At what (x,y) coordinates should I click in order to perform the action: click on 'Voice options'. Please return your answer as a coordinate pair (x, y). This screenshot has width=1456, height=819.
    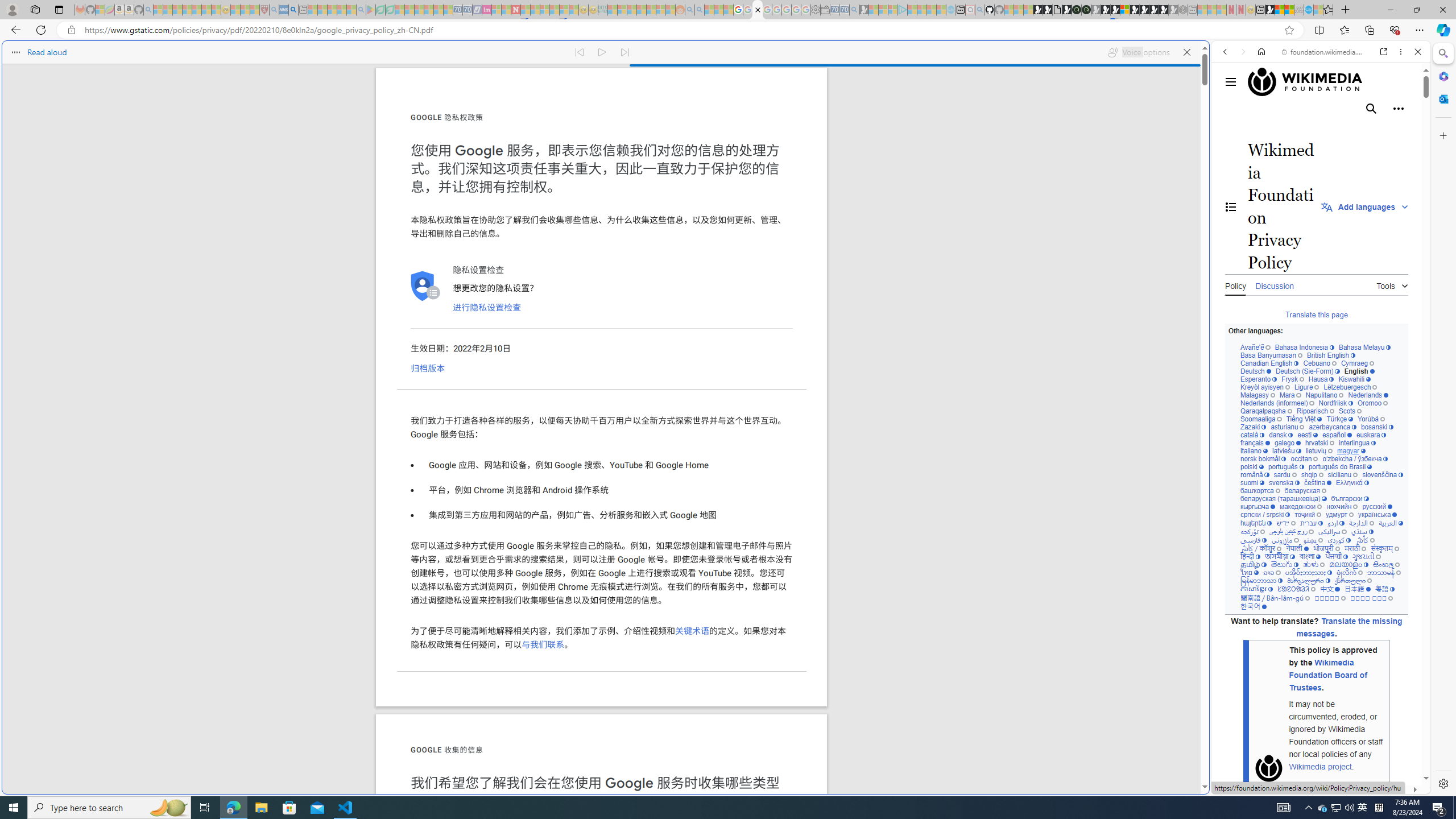
    Looking at the image, I should click on (1138, 52).